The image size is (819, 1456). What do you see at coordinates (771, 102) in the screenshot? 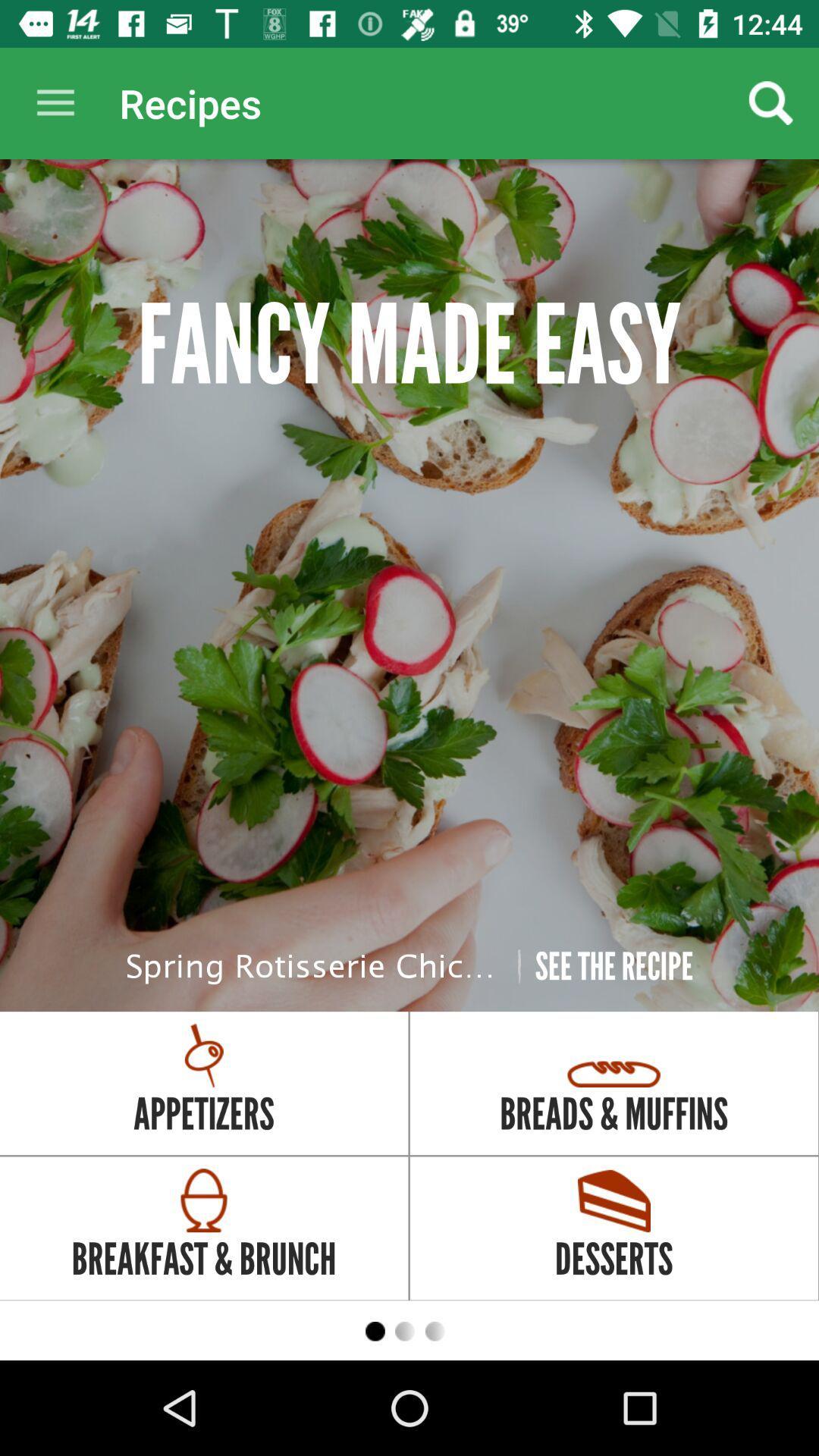
I see `the icon above fancy made easy` at bounding box center [771, 102].